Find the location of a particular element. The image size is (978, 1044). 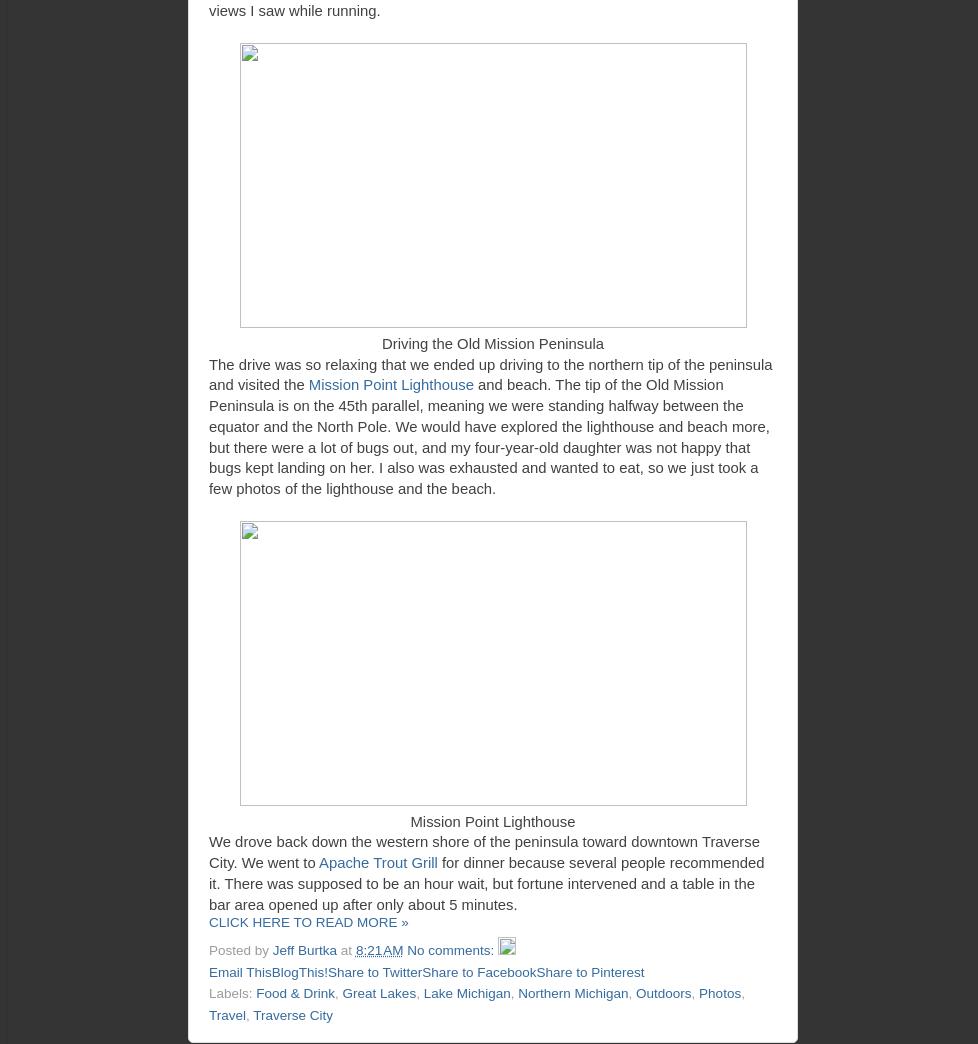

'No comments:' is located at coordinates (451, 949).